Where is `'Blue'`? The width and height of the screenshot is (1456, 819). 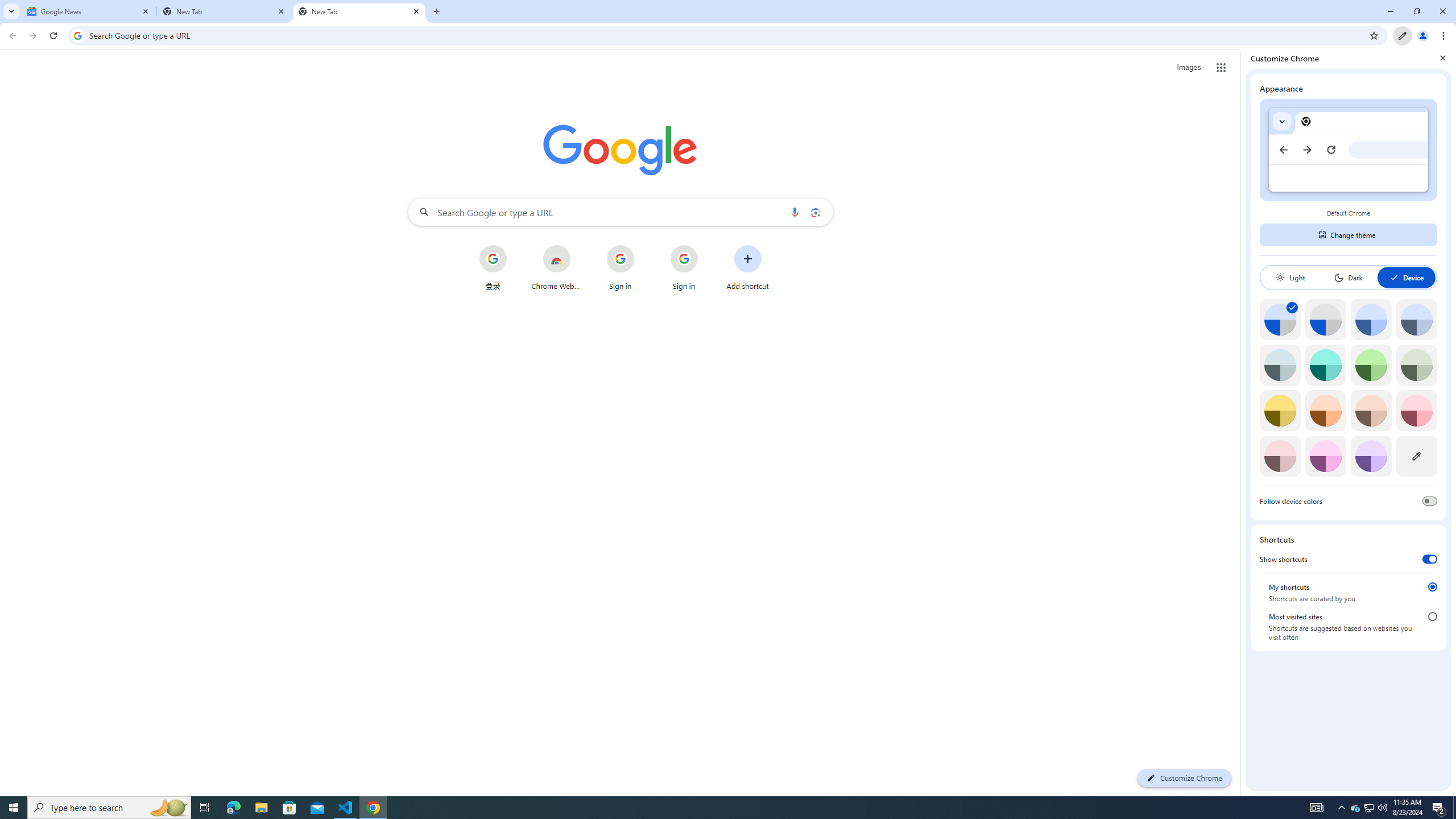 'Blue' is located at coordinates (1371, 318).